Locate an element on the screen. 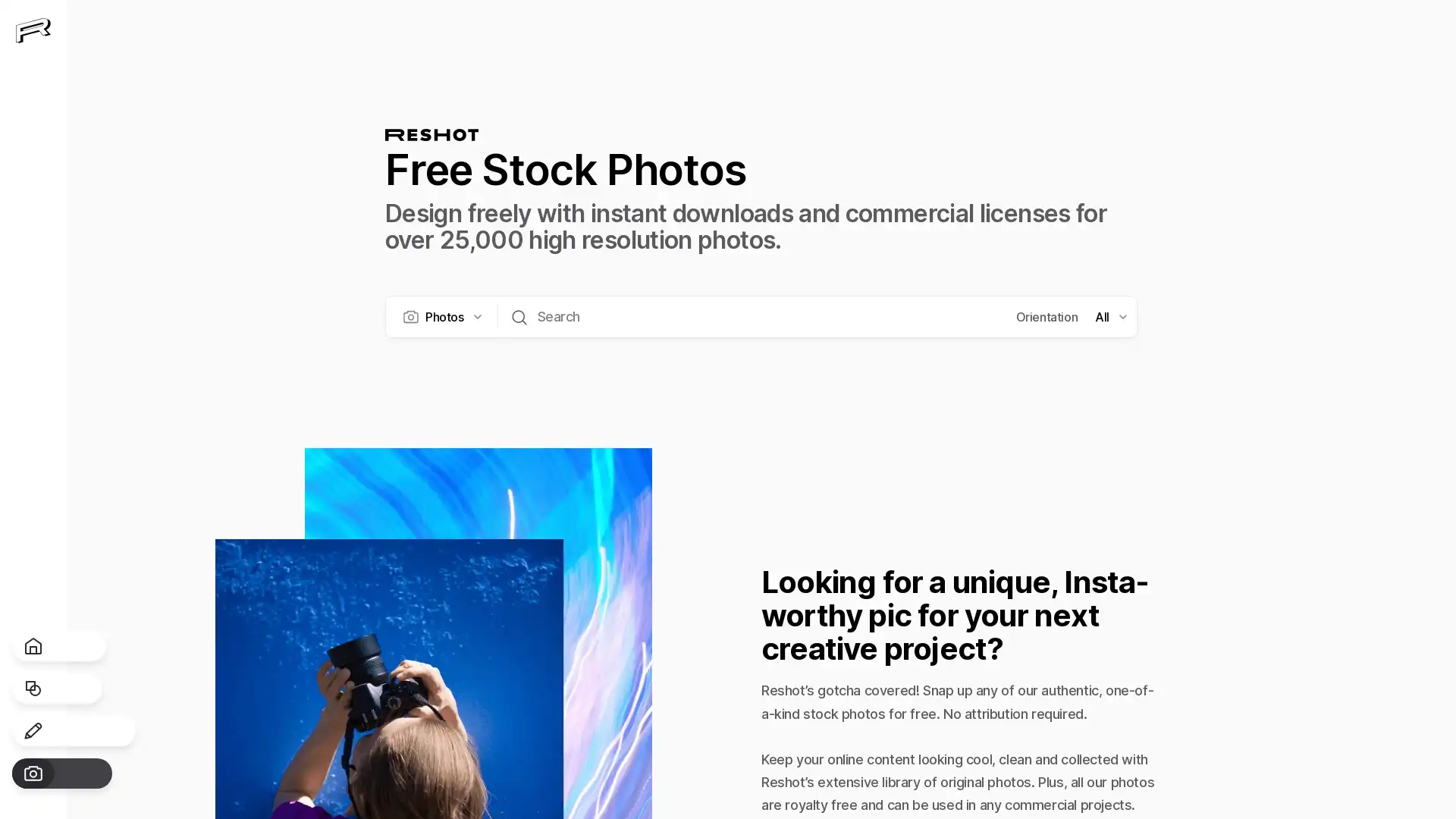  Search is located at coordinates (519, 315).